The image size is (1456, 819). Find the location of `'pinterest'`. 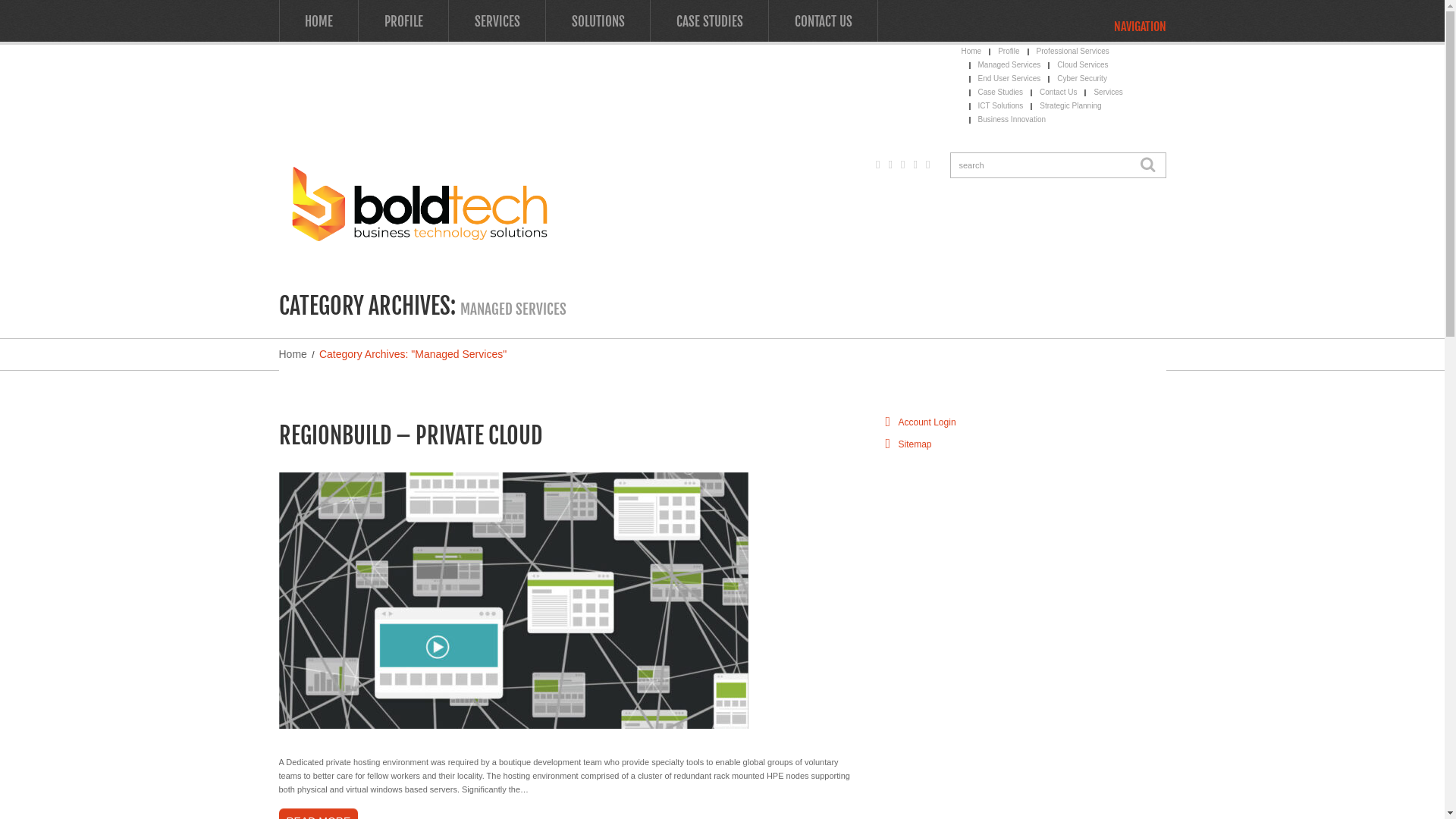

'pinterest' is located at coordinates (915, 164).